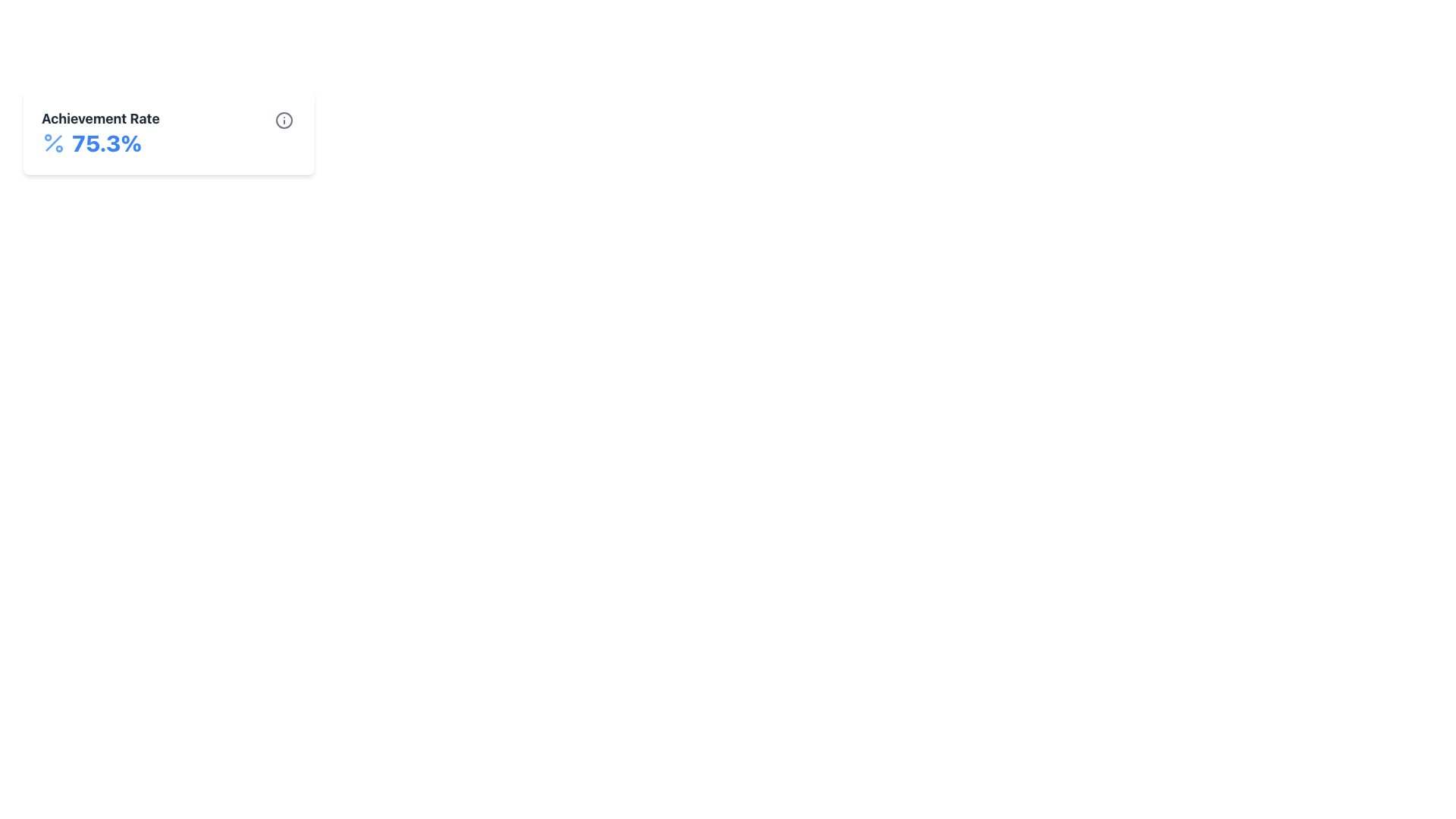 This screenshot has width=1456, height=819. I want to click on the vector graphic component (circle) that is positioned at the center of a larger circular icon, aligned to the right of the text in an informational card, so click(284, 119).